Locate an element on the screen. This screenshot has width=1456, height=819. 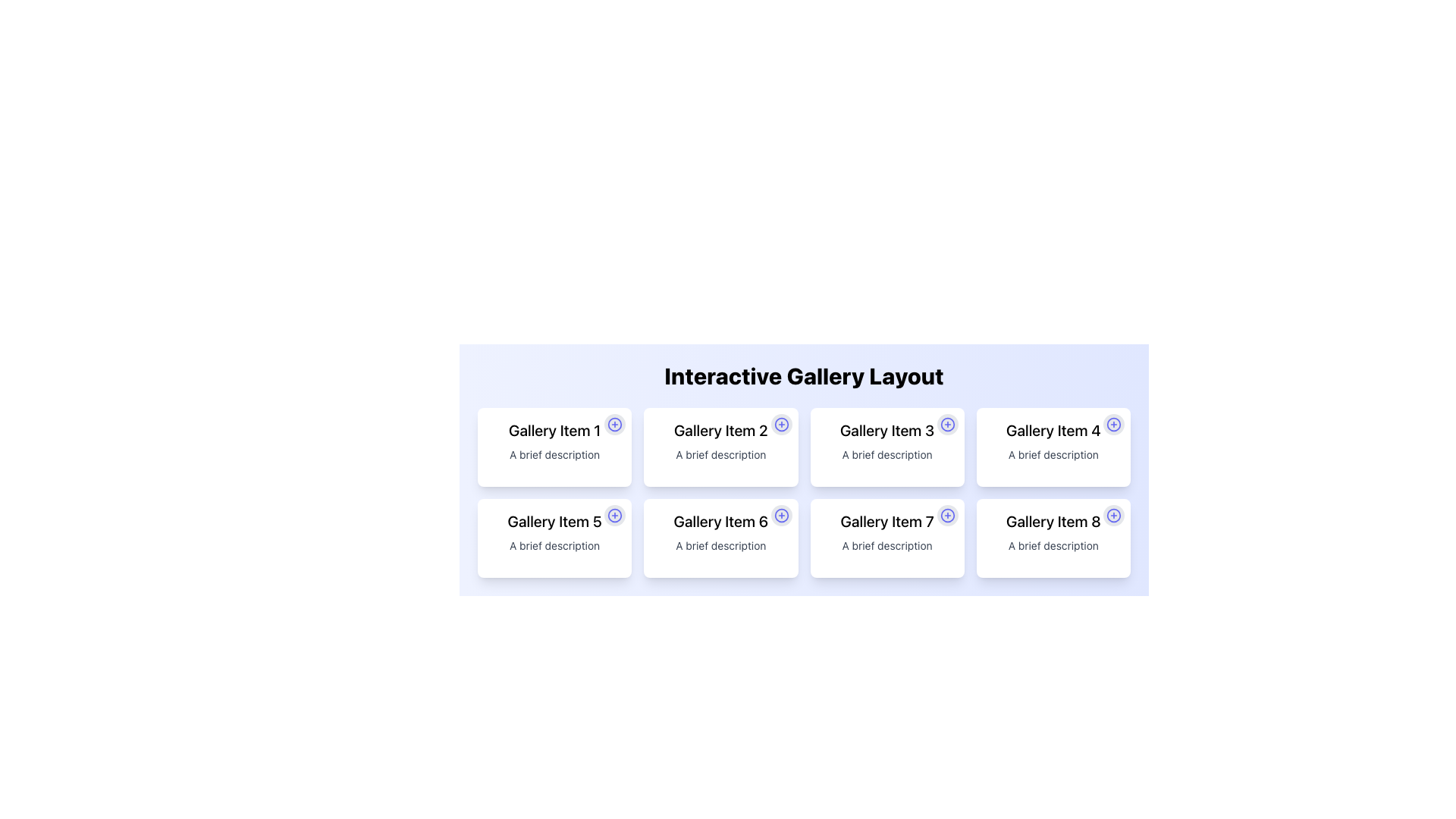
the SVG Circle that is part of the 'circle plus' icon located at the top right corner of the card labeled 'Gallery Item 3' is located at coordinates (946, 424).